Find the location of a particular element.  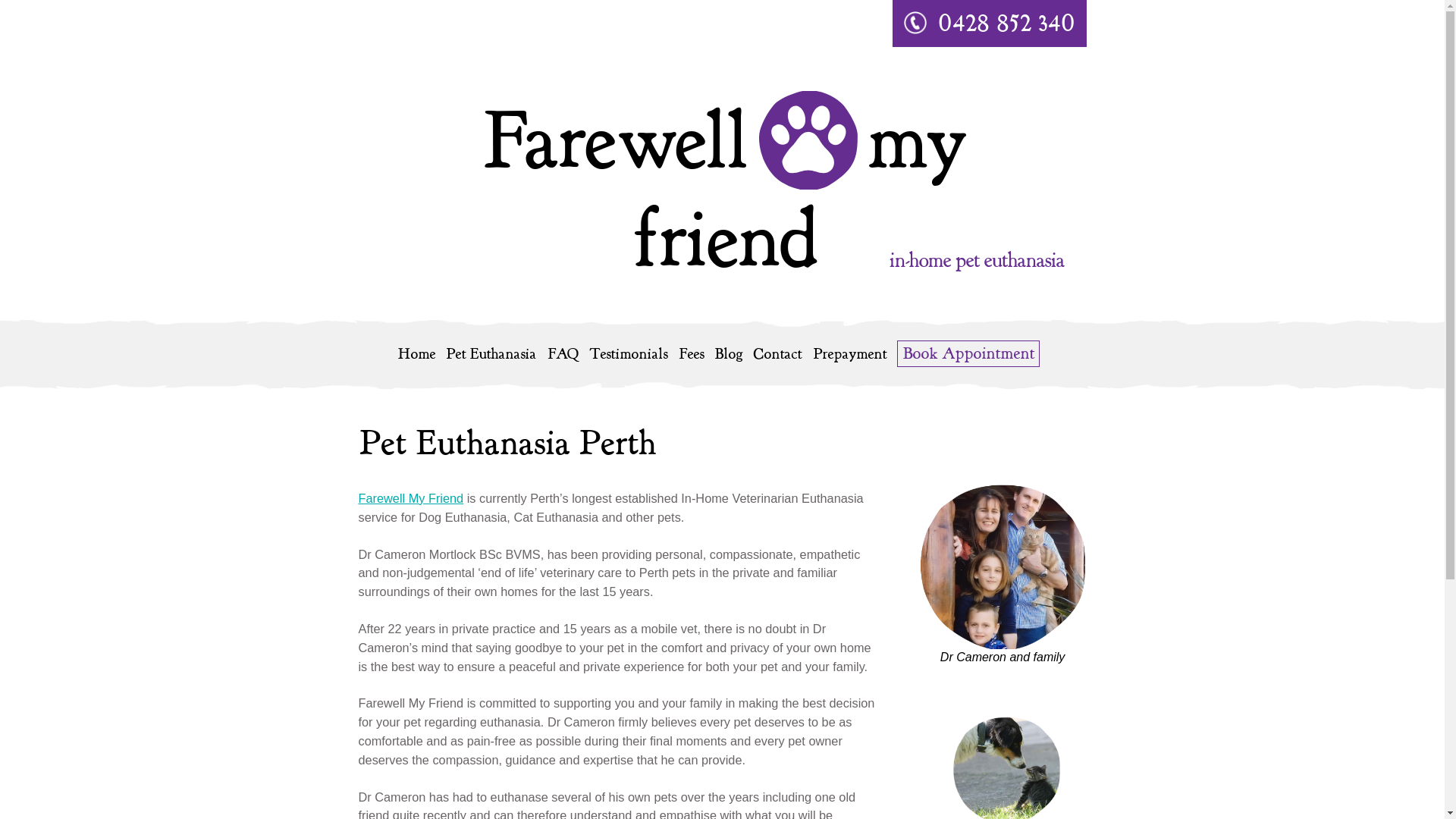

'Dr Cameron and family' is located at coordinates (1003, 566).